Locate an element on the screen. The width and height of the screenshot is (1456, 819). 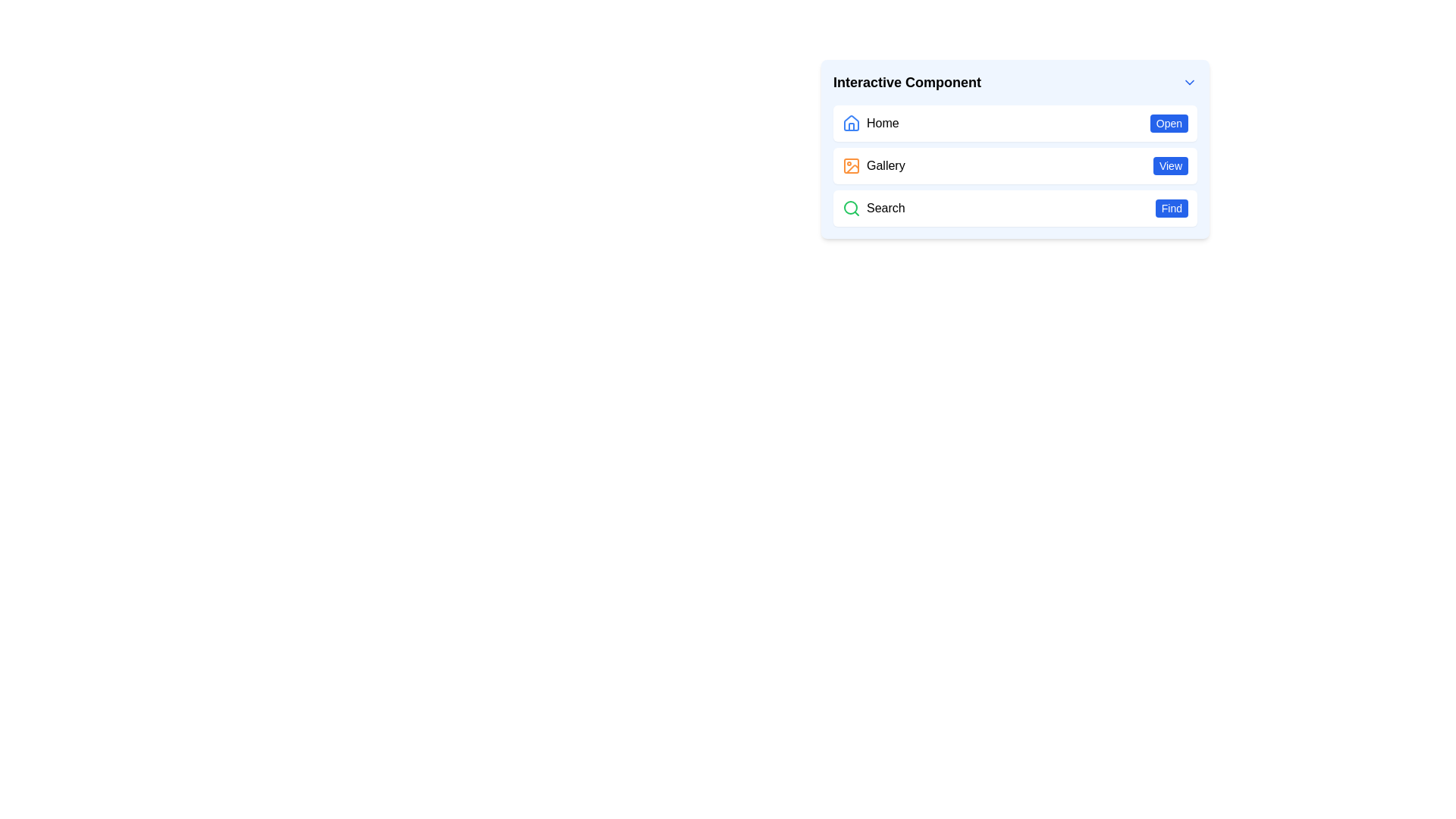
the icon located in the upper-right corner of the 'Interactive Component' panel is located at coordinates (1189, 82).